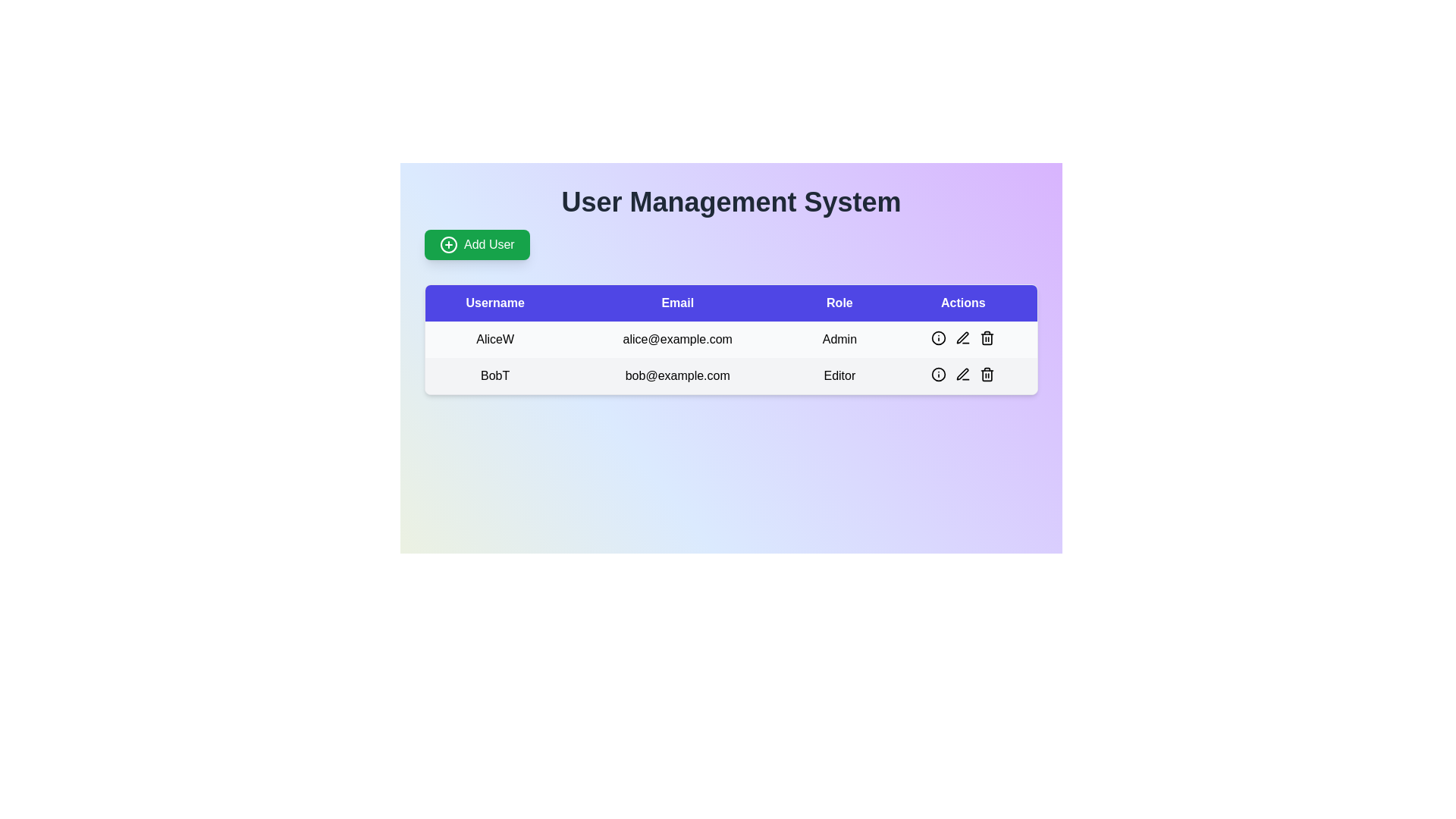  I want to click on a row in the user information table, so click(731, 349).